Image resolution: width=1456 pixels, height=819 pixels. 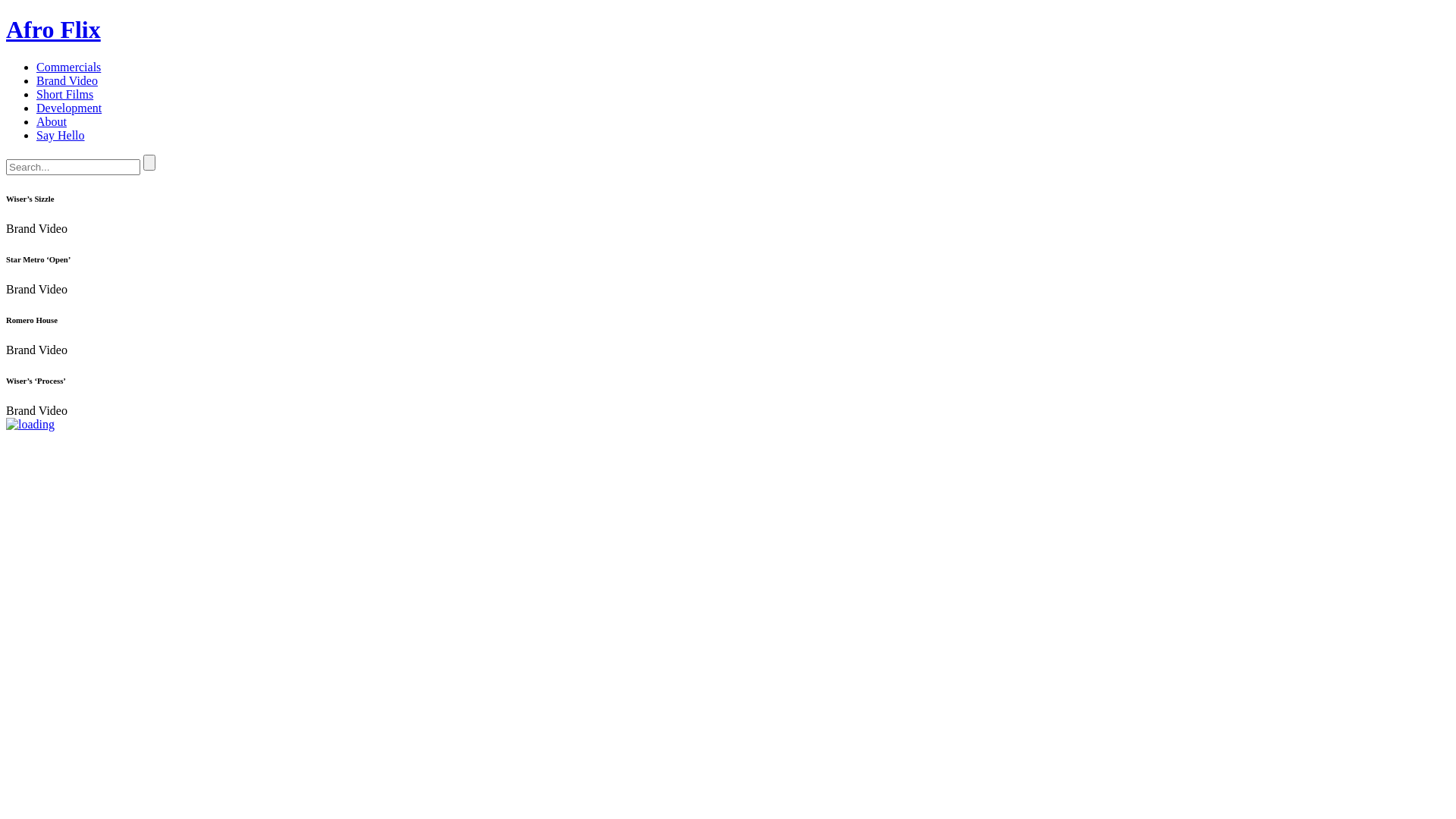 What do you see at coordinates (68, 107) in the screenshot?
I see `'Development'` at bounding box center [68, 107].